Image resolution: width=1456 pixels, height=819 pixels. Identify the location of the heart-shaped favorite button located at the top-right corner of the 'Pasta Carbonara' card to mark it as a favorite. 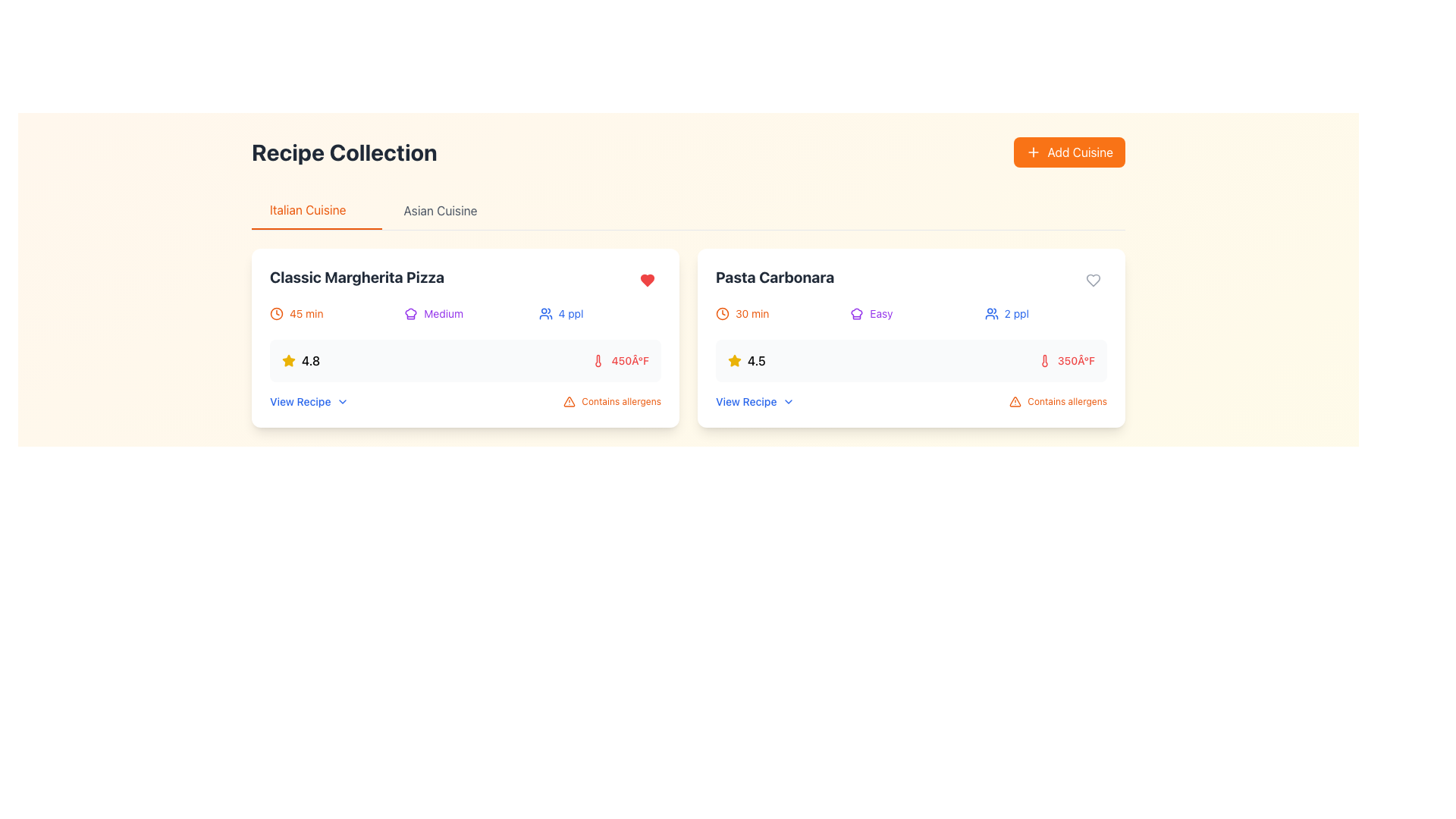
(1093, 281).